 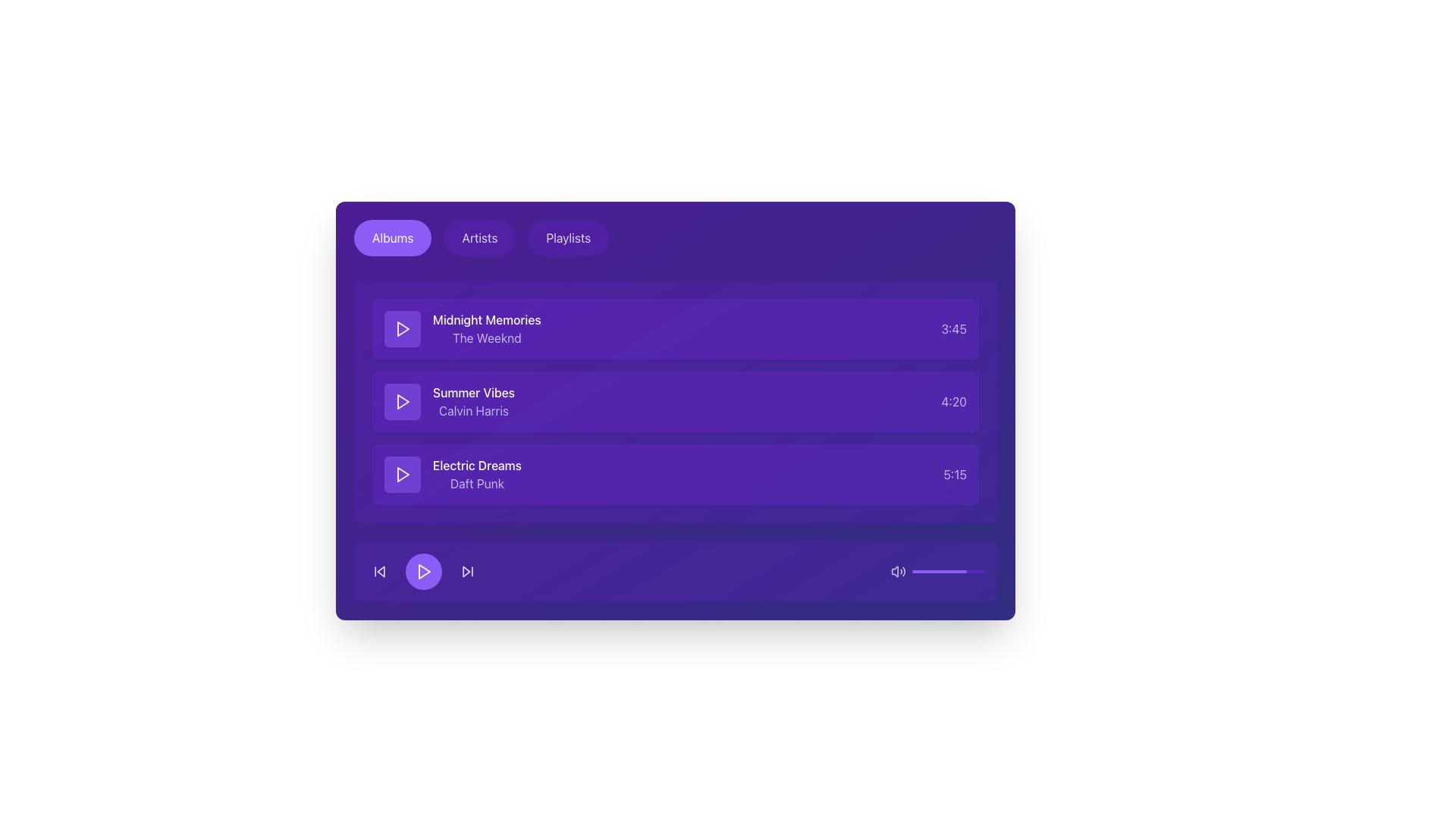 What do you see at coordinates (403, 328) in the screenshot?
I see `the play button located at the top of the vertical list, preceding the text 'Midnight Memories' and 'The Weeknd'` at bounding box center [403, 328].